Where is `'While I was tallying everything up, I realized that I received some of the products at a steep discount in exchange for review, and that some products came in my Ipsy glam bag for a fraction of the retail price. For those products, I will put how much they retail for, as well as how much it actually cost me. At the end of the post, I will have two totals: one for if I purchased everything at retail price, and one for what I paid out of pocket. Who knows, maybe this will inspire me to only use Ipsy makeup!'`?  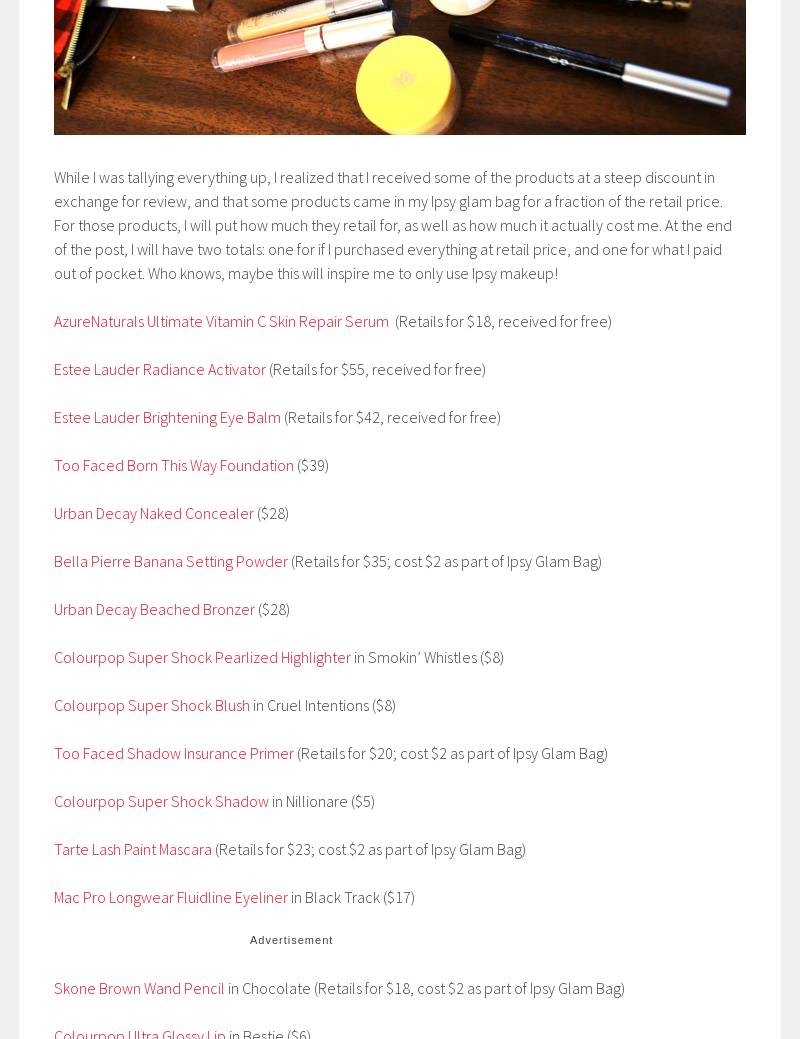 'While I was tallying everything up, I realized that I received some of the products at a steep discount in exchange for review, and that some products came in my Ipsy glam bag for a fraction of the retail price. For those products, I will put how much they retail for, as well as how much it actually cost me. At the end of the post, I will have two totals: one for if I purchased everything at retail price, and one for what I paid out of pocket. Who knows, maybe this will inspire me to only use Ipsy makeup!' is located at coordinates (392, 224).